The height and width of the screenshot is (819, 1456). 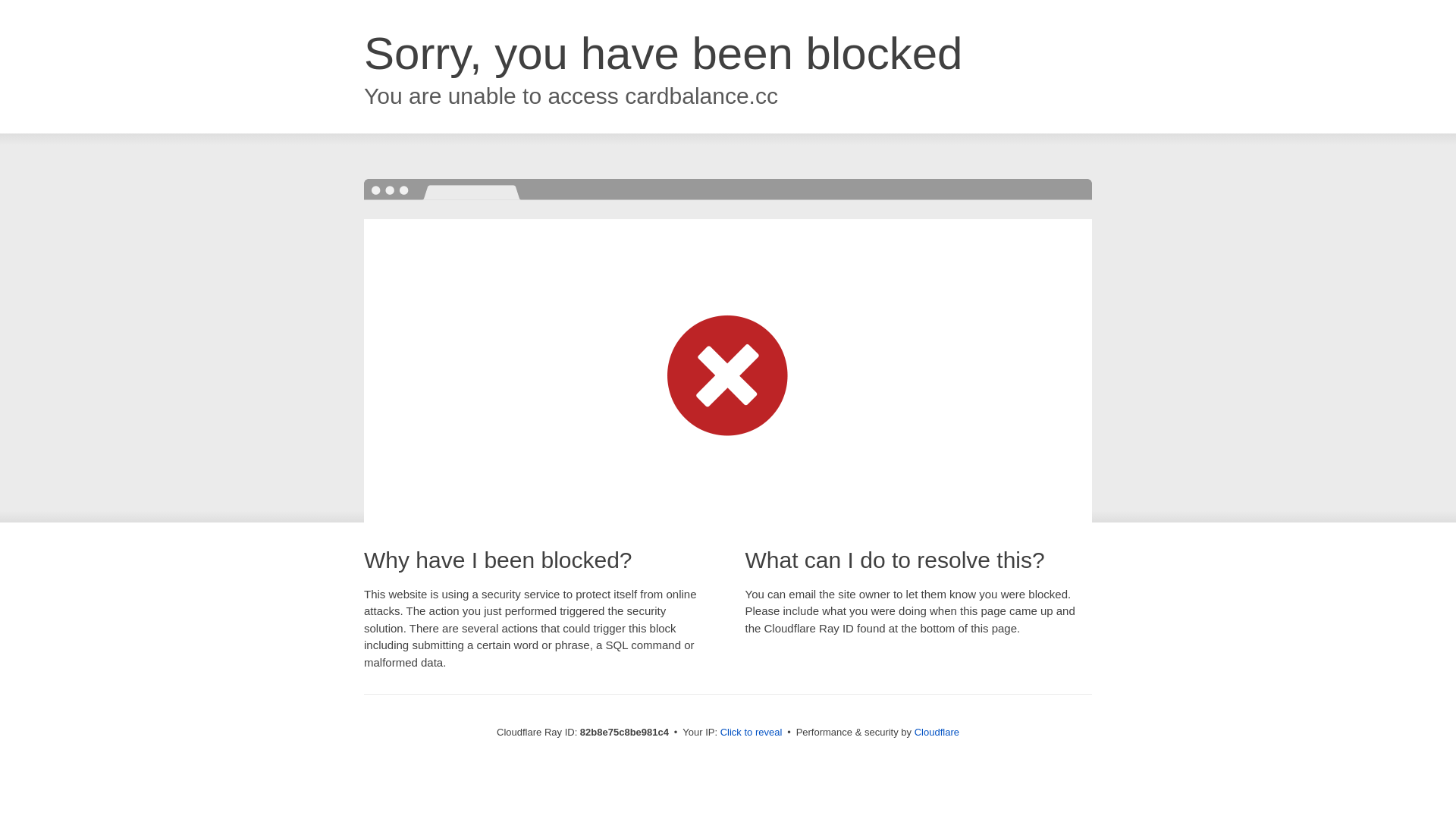 What do you see at coordinates (751, 731) in the screenshot?
I see `'Click to reveal'` at bounding box center [751, 731].